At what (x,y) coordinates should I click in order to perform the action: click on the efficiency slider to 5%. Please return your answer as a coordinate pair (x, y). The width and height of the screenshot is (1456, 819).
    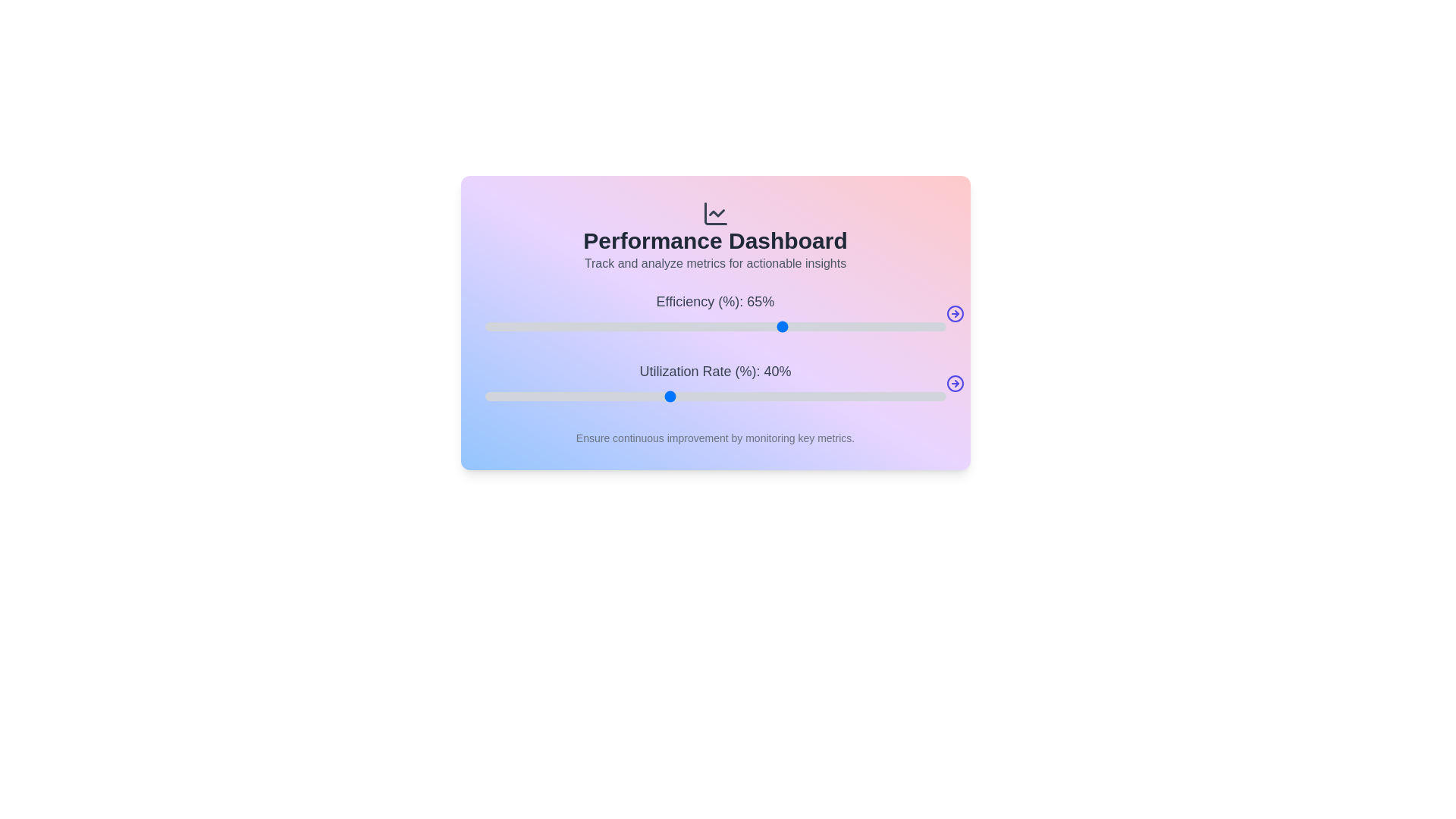
    Looking at the image, I should click on (507, 326).